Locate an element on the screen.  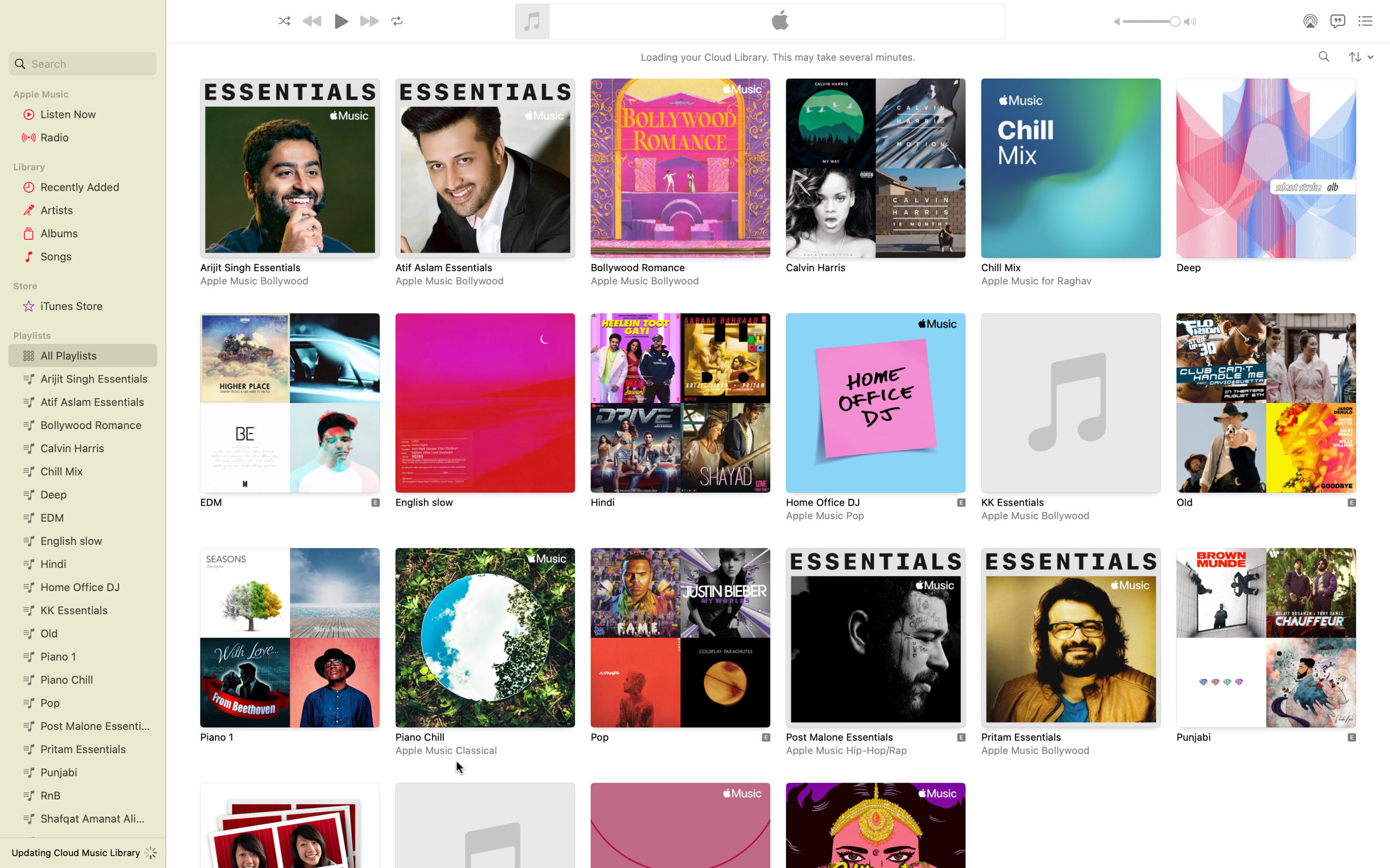
Start the radio for audio streaming is located at coordinates (82, 138).